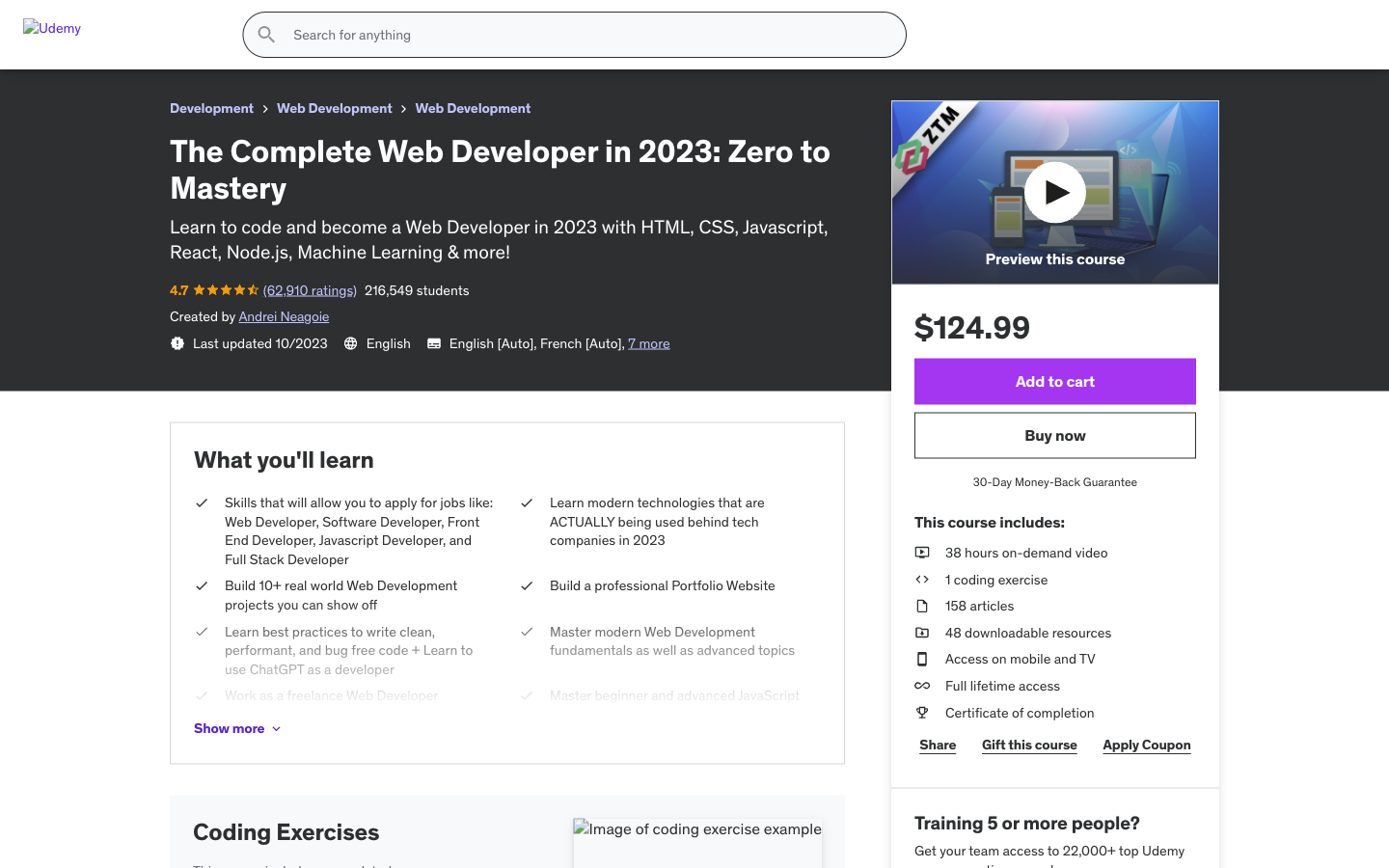 The image size is (1389, 868). Describe the element at coordinates (568, 335) in the screenshot. I see `Clear the content in the tracking bar` at that location.